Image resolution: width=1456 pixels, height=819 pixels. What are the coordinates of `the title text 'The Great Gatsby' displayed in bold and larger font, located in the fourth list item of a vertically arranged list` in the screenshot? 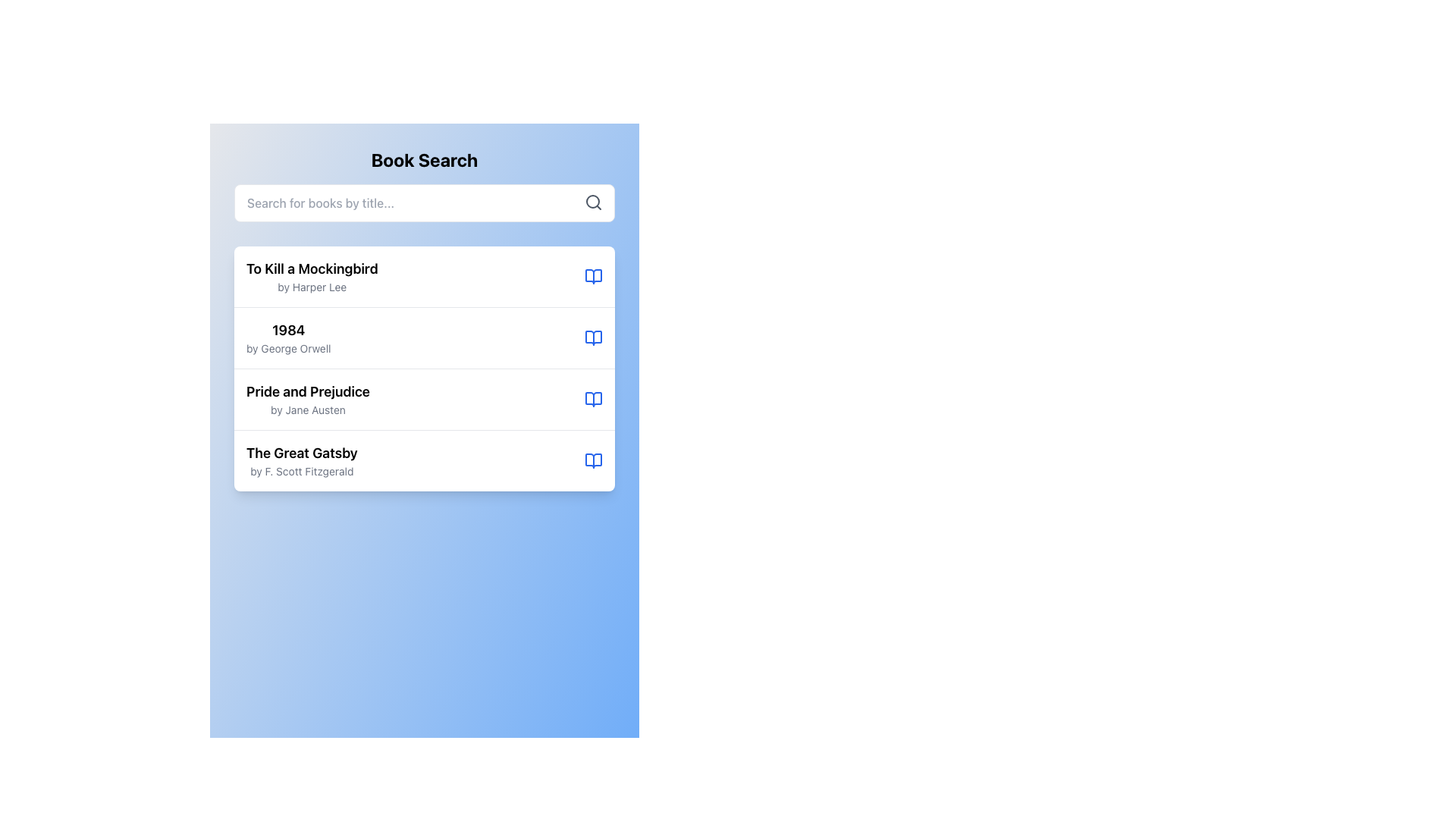 It's located at (302, 452).